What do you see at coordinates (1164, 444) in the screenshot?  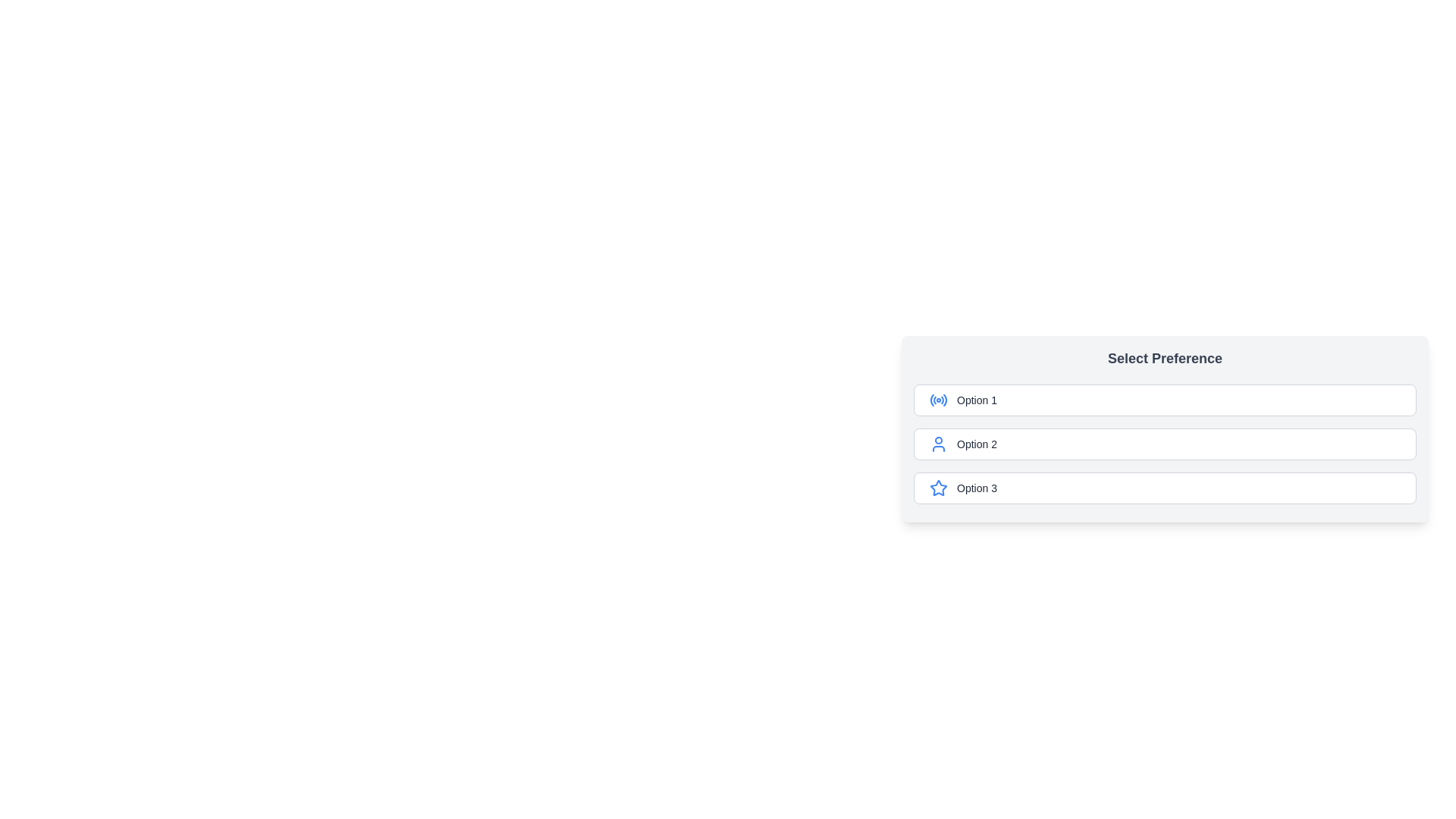 I see `the selectable list item labeled 'Option 2'` at bounding box center [1164, 444].